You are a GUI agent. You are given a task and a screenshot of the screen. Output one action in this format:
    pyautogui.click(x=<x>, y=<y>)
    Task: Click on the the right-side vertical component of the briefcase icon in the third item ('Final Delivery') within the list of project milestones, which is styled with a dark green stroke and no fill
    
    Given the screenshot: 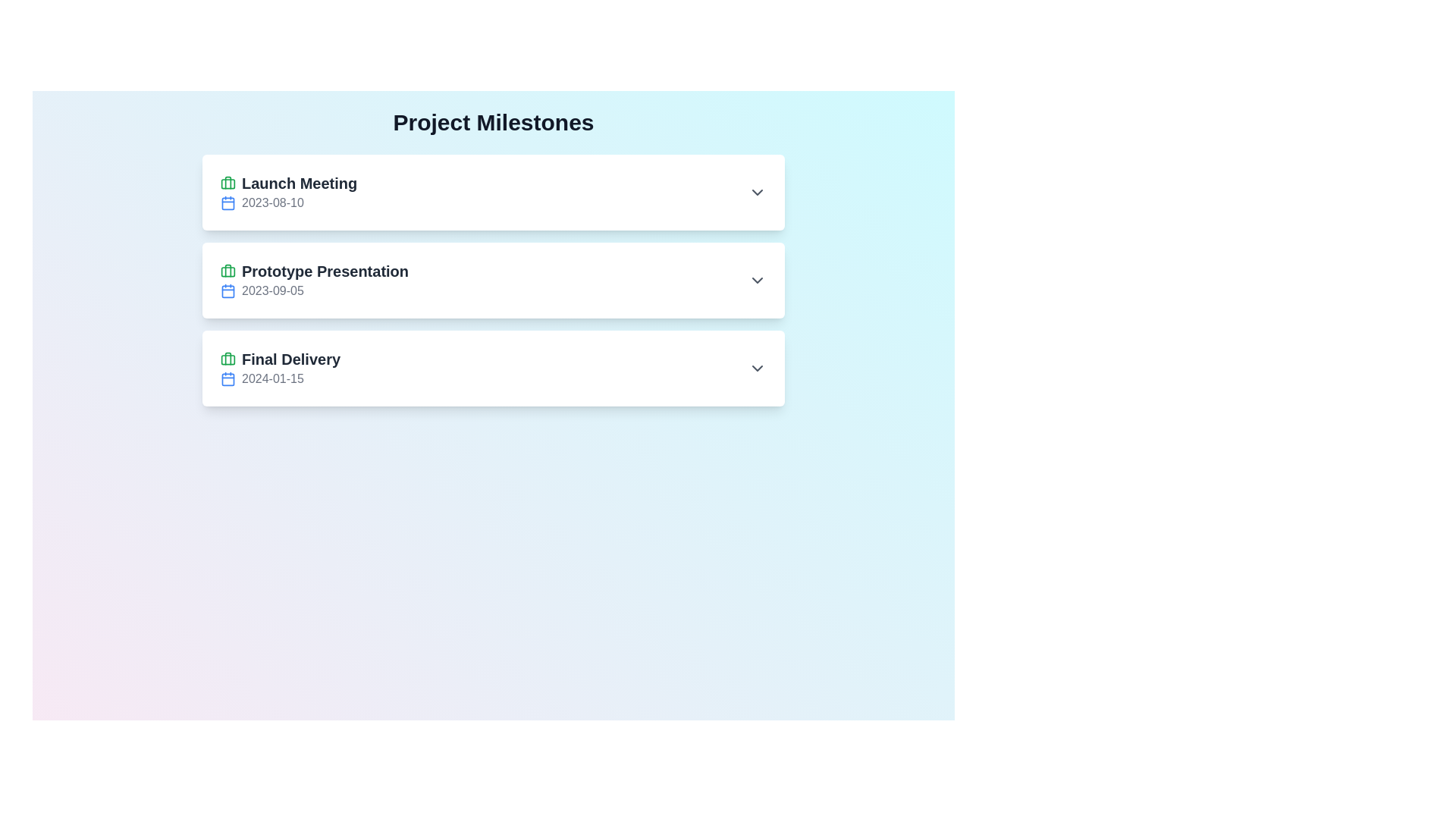 What is the action you would take?
    pyautogui.click(x=227, y=359)
    